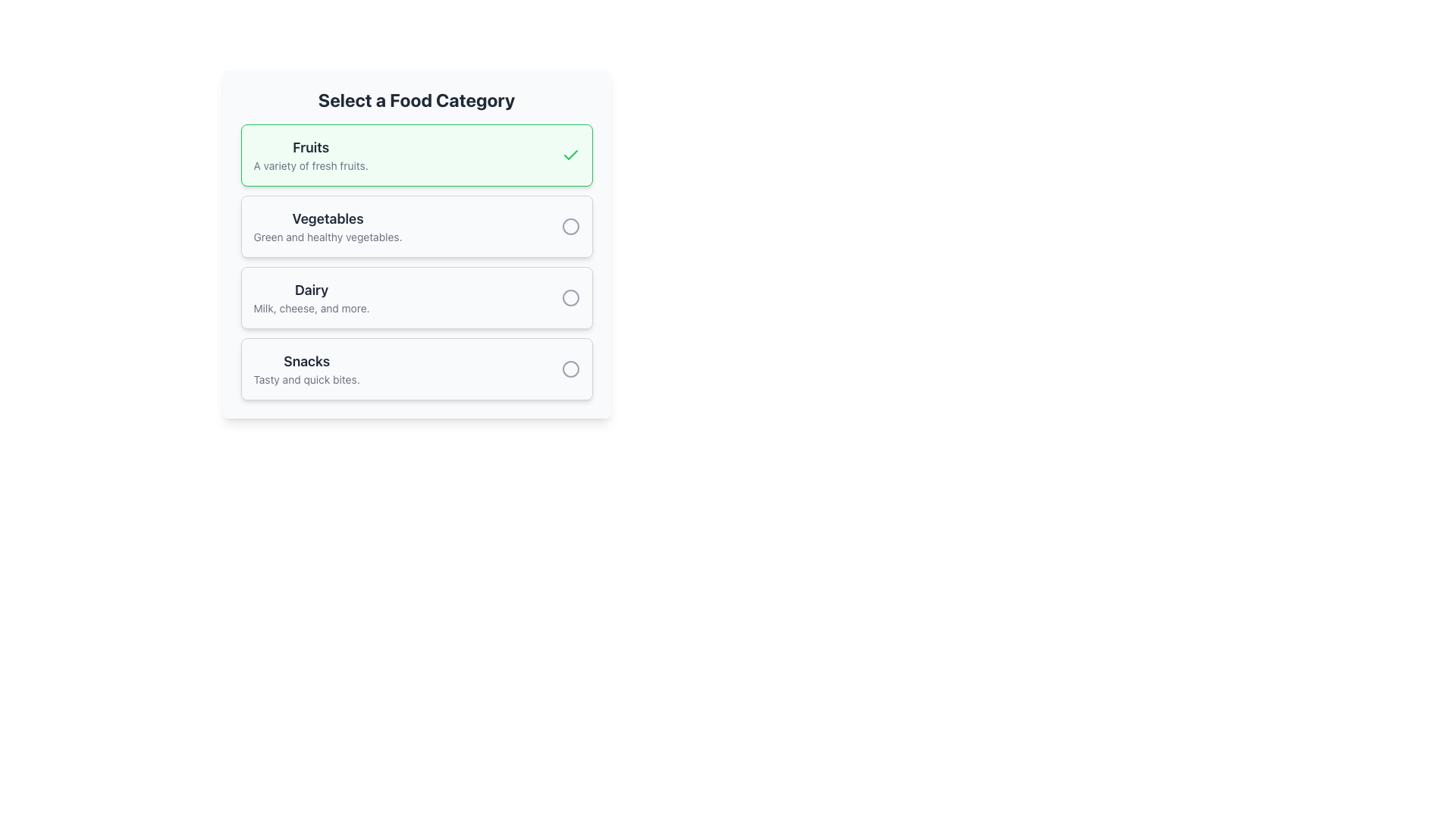 The width and height of the screenshot is (1456, 819). What do you see at coordinates (311, 290) in the screenshot?
I see `the 'Dairy' section title text label, which is the top text element in the third selectable row of the 'Select a Food Category' list` at bounding box center [311, 290].